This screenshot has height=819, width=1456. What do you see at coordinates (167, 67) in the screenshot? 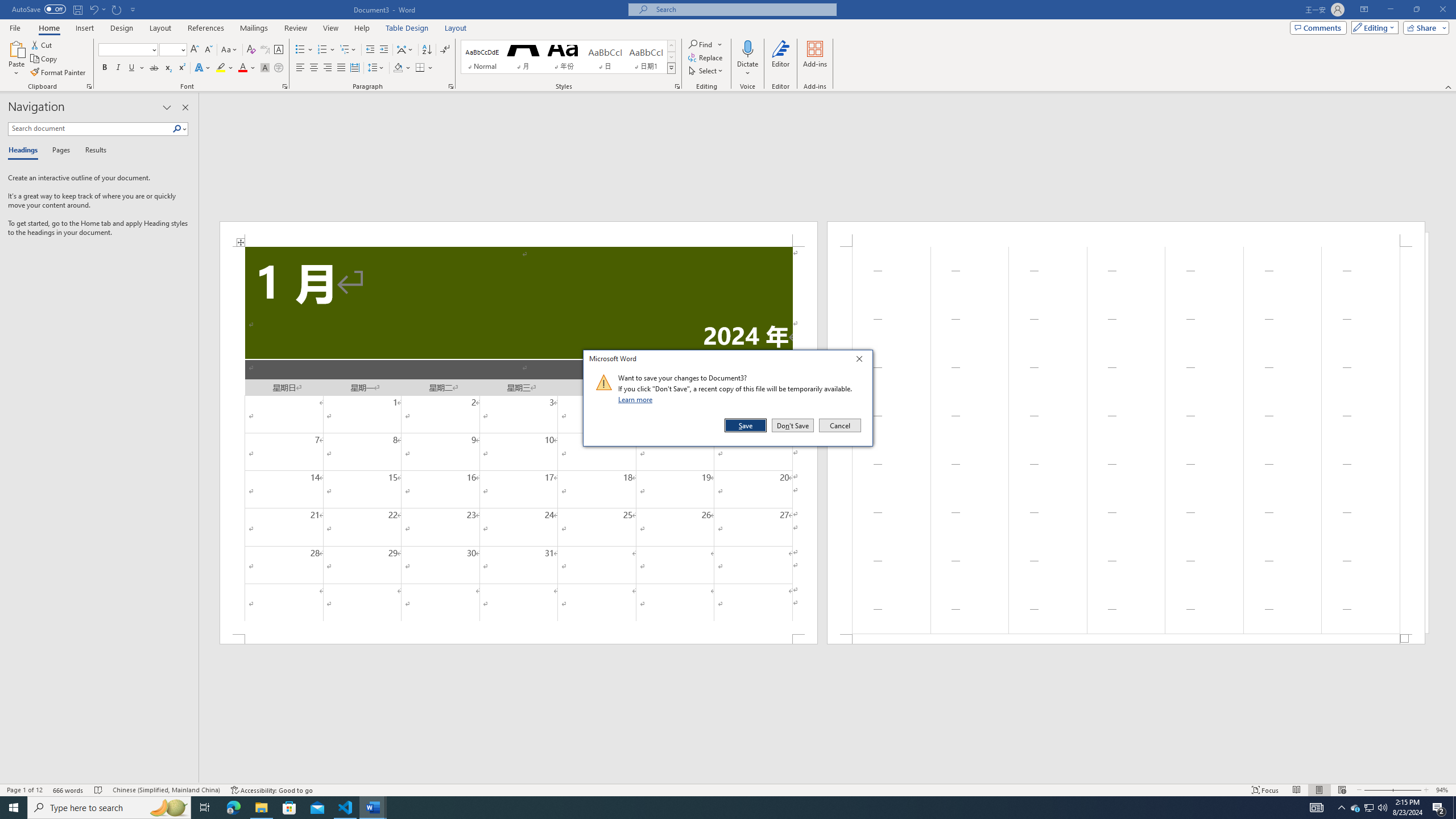
I see `'Subscript'` at bounding box center [167, 67].